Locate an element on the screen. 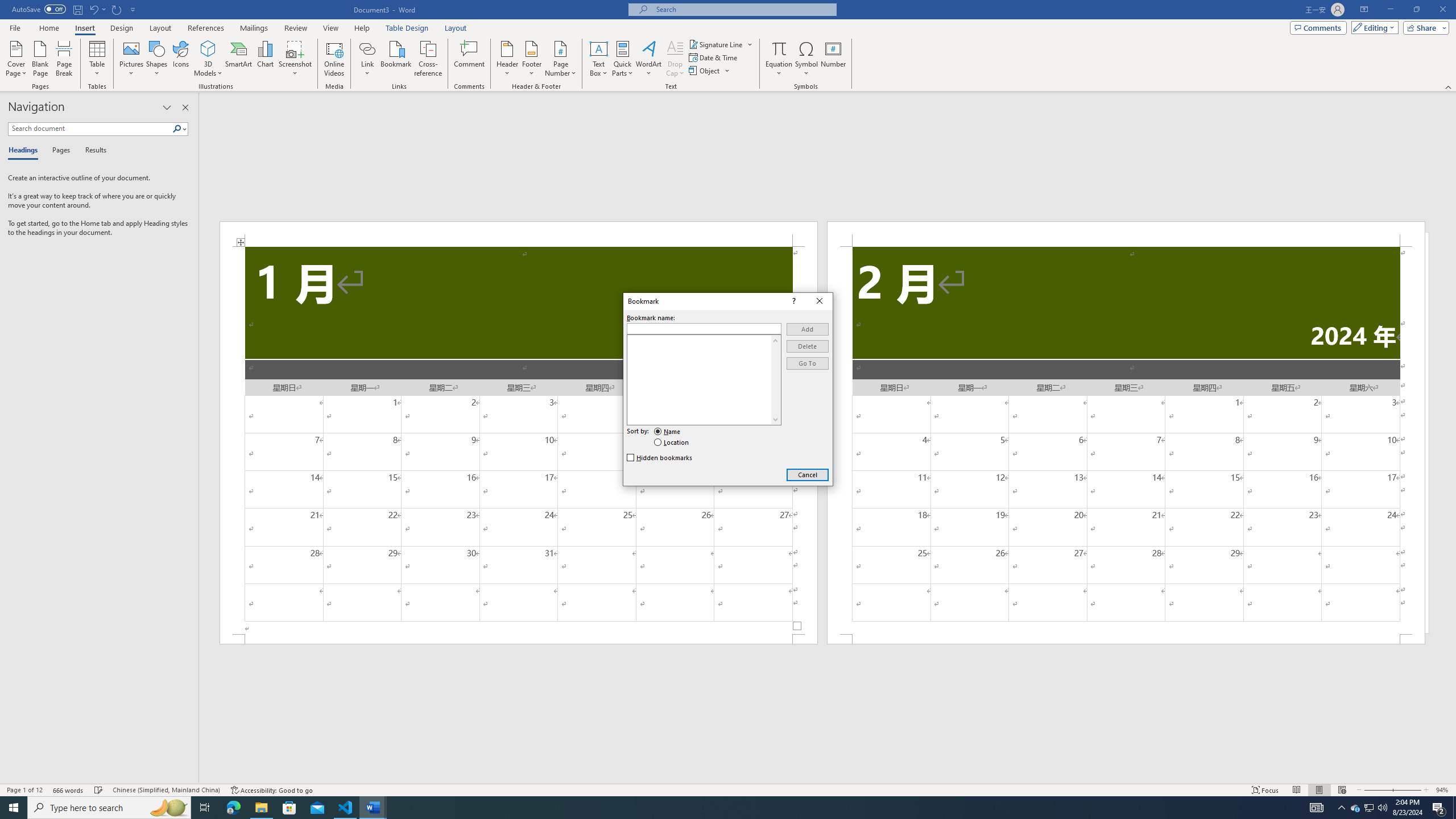 Image resolution: width=1456 pixels, height=819 pixels. 'Class: MsoCommandBar' is located at coordinates (728, 789).